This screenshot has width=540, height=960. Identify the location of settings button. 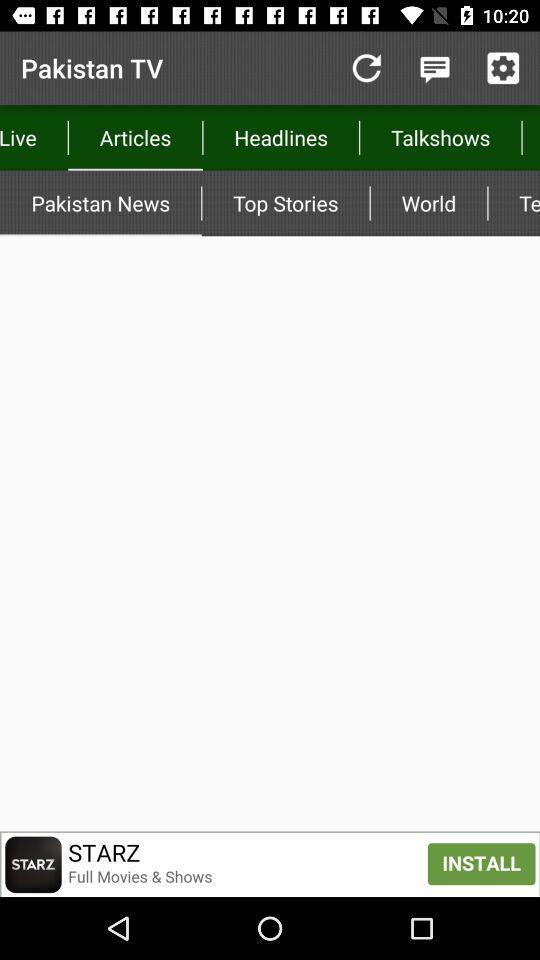
(502, 68).